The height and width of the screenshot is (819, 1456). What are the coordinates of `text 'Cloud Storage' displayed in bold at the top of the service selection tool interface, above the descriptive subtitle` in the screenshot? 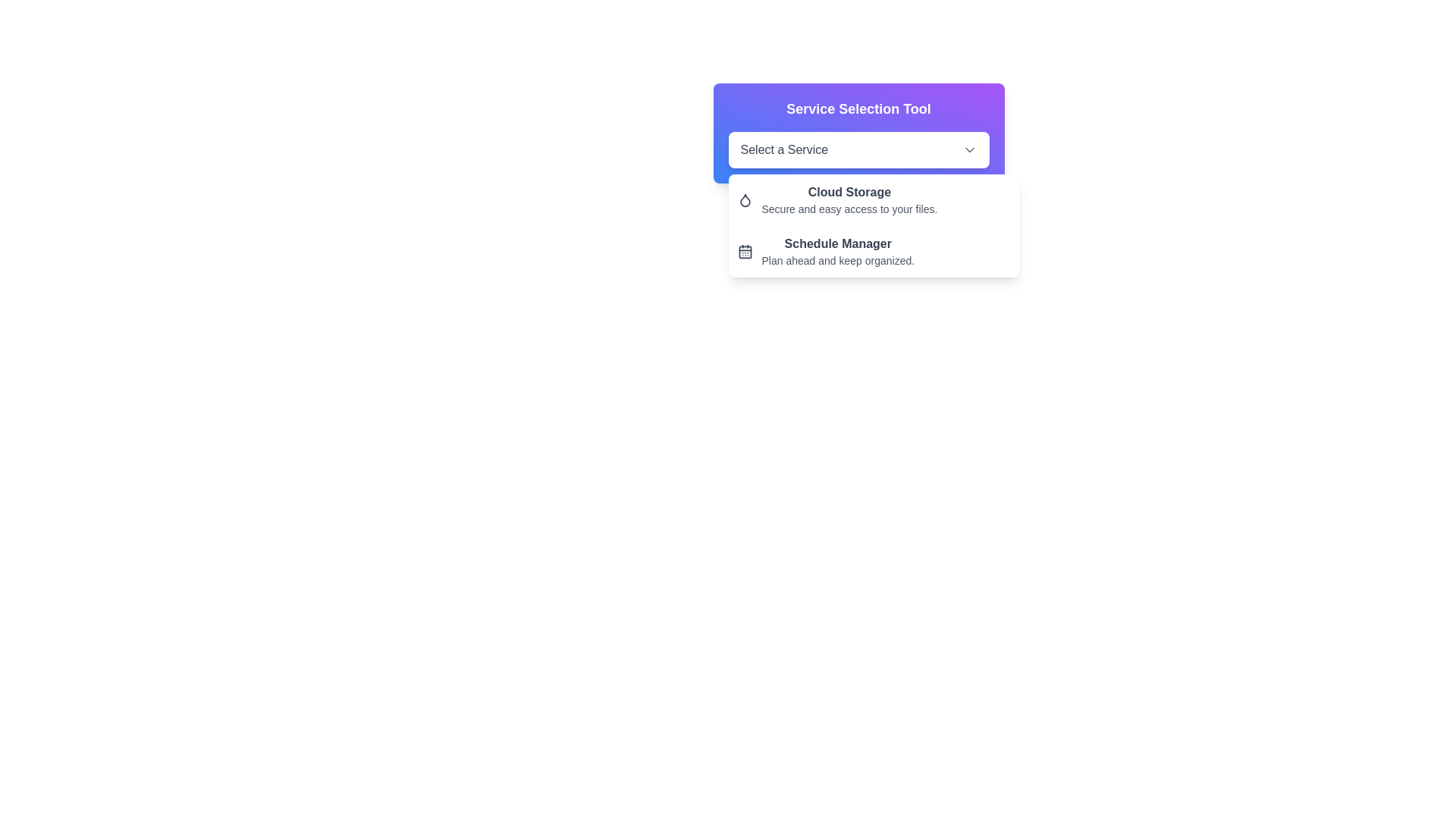 It's located at (849, 192).